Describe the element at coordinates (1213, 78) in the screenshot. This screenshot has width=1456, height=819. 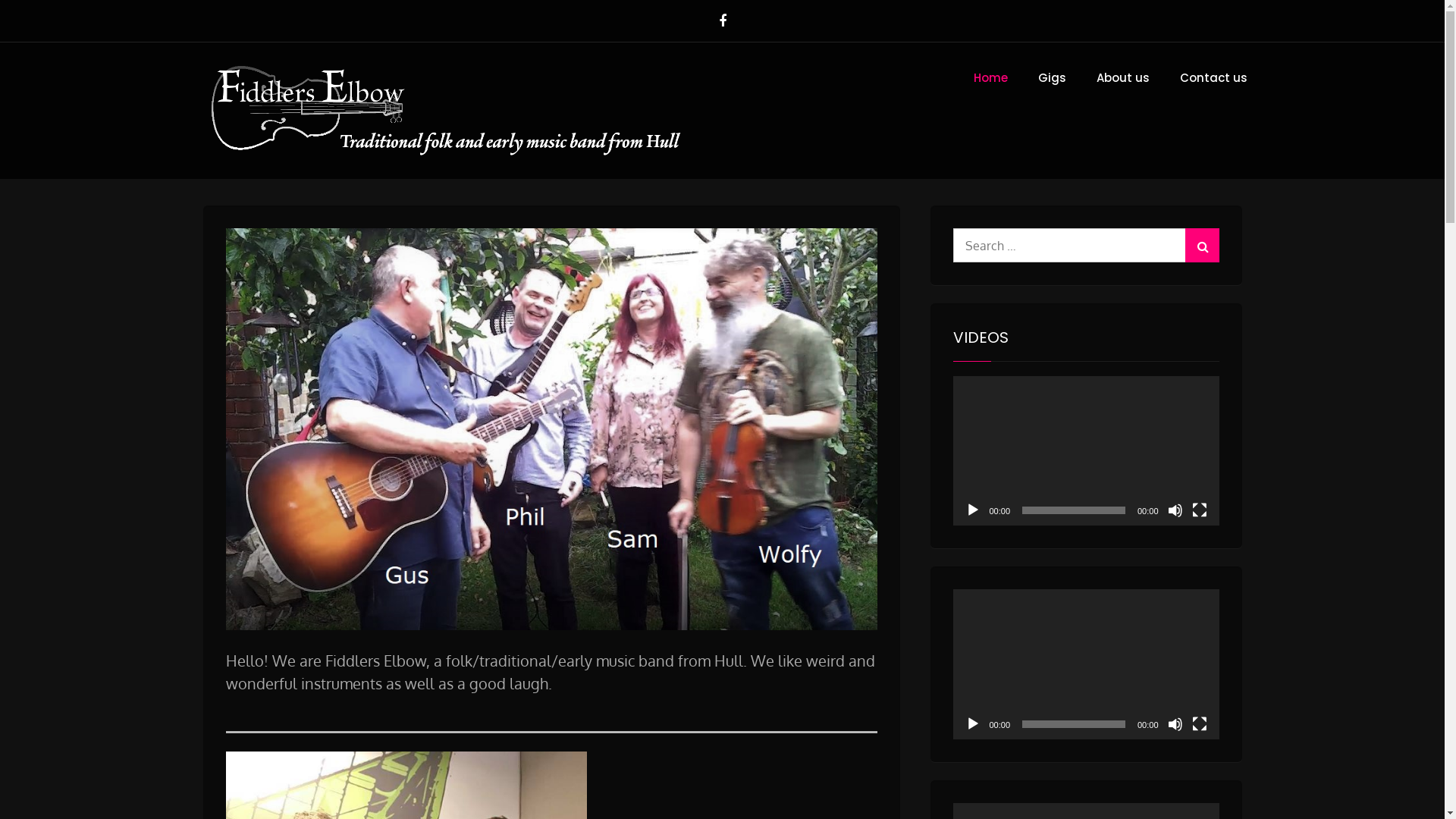
I see `'Contact us'` at that location.